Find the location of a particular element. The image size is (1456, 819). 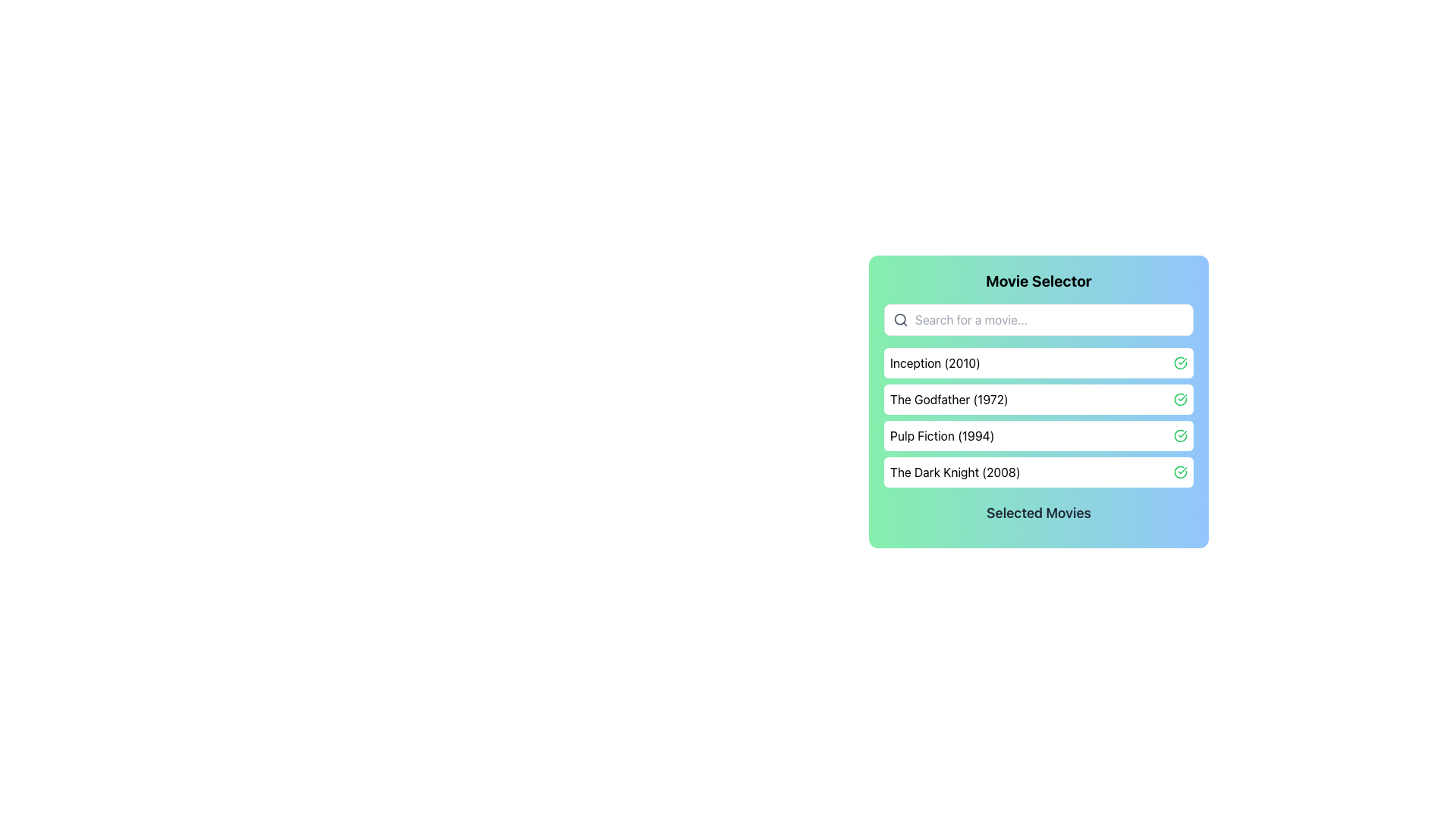

the filled circular shape at the center of the magnifying glass icon in the search input field of the 'Movie Selector' interface is located at coordinates (900, 318).